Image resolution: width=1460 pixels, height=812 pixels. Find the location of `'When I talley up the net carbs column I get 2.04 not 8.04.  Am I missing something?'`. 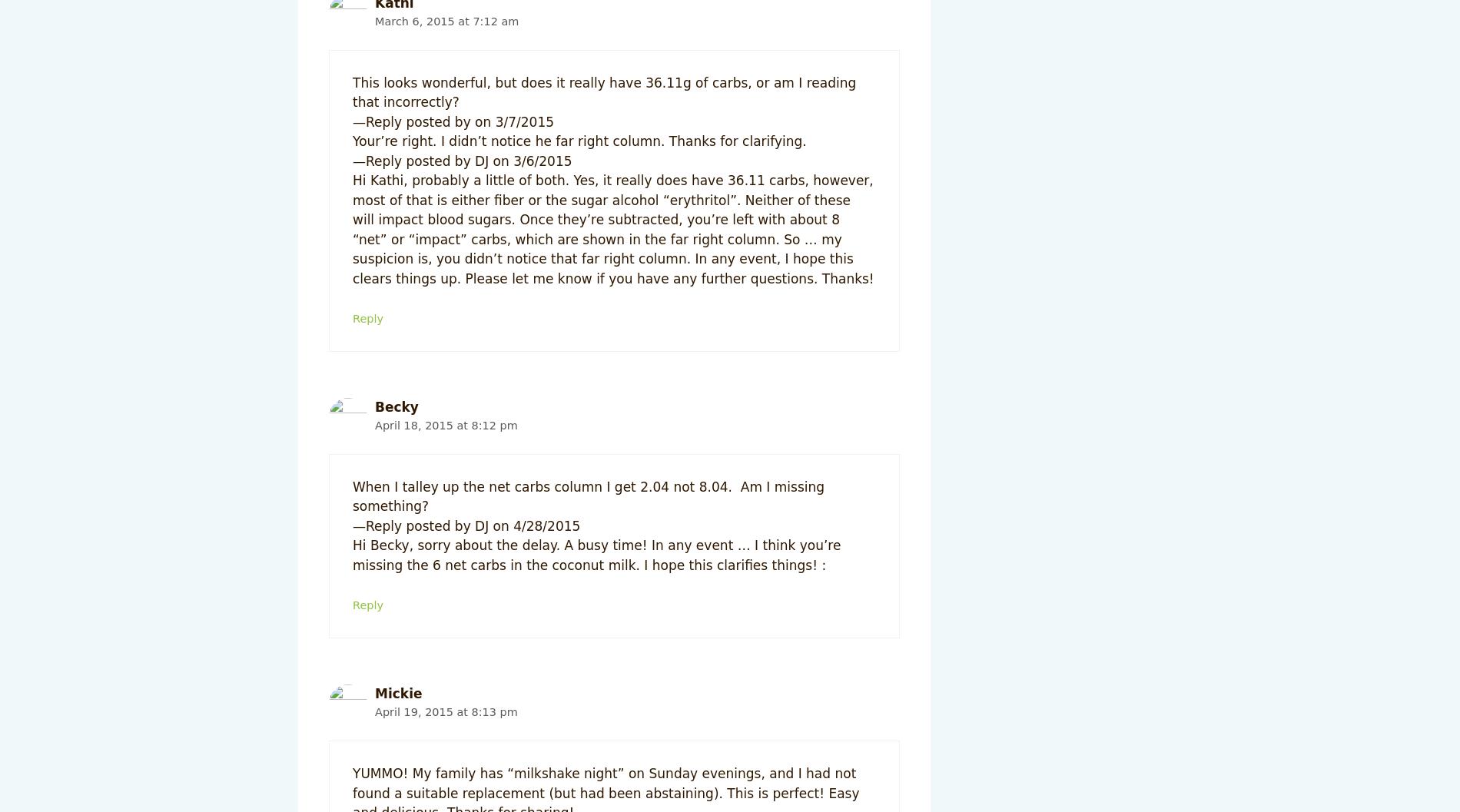

'When I talley up the net carbs column I get 2.04 not 8.04.  Am I missing something?' is located at coordinates (352, 496).